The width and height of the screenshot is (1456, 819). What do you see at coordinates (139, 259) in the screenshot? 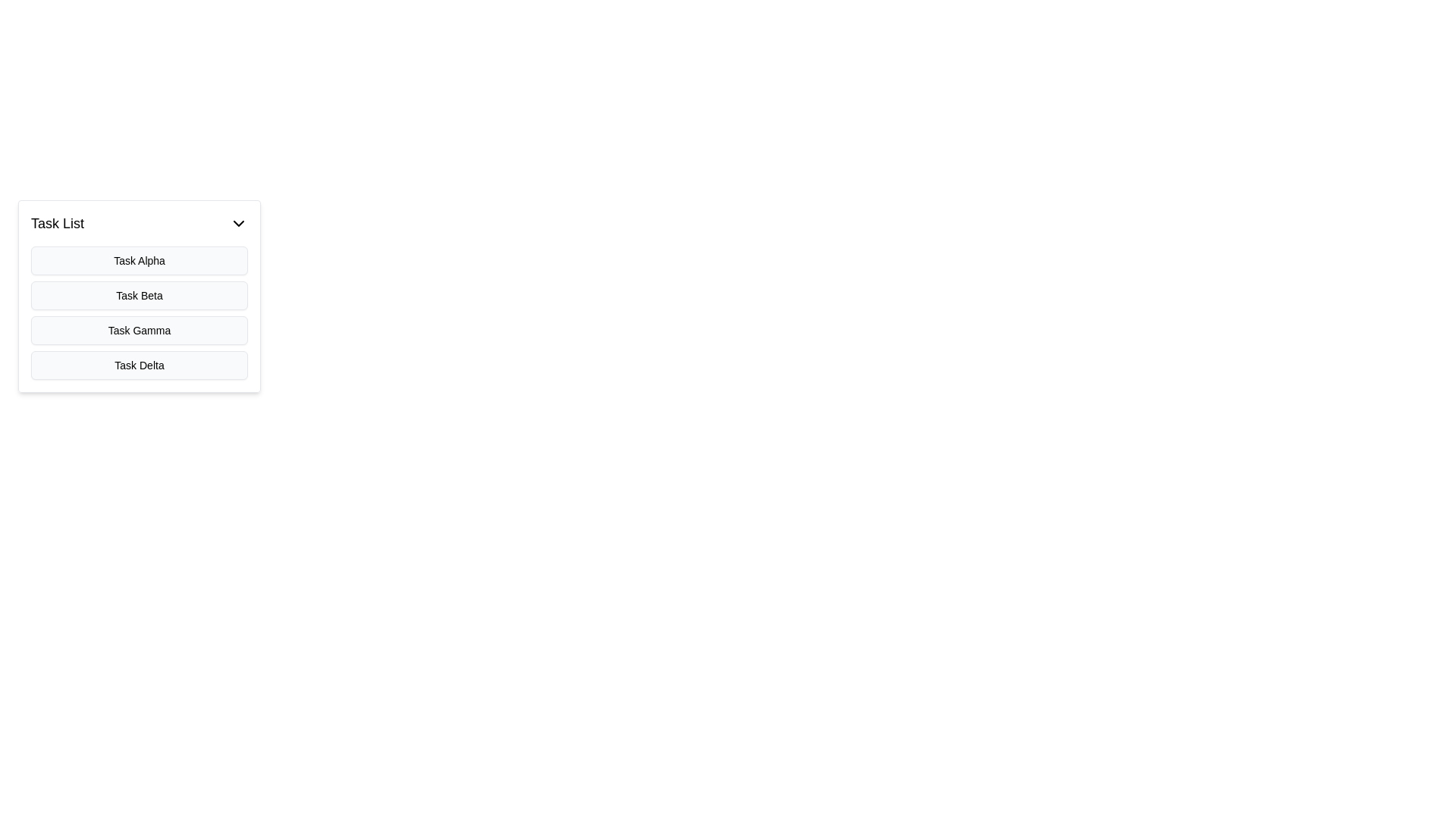
I see `the 'Task Alpha' button-like list item in the 'Task List'` at bounding box center [139, 259].